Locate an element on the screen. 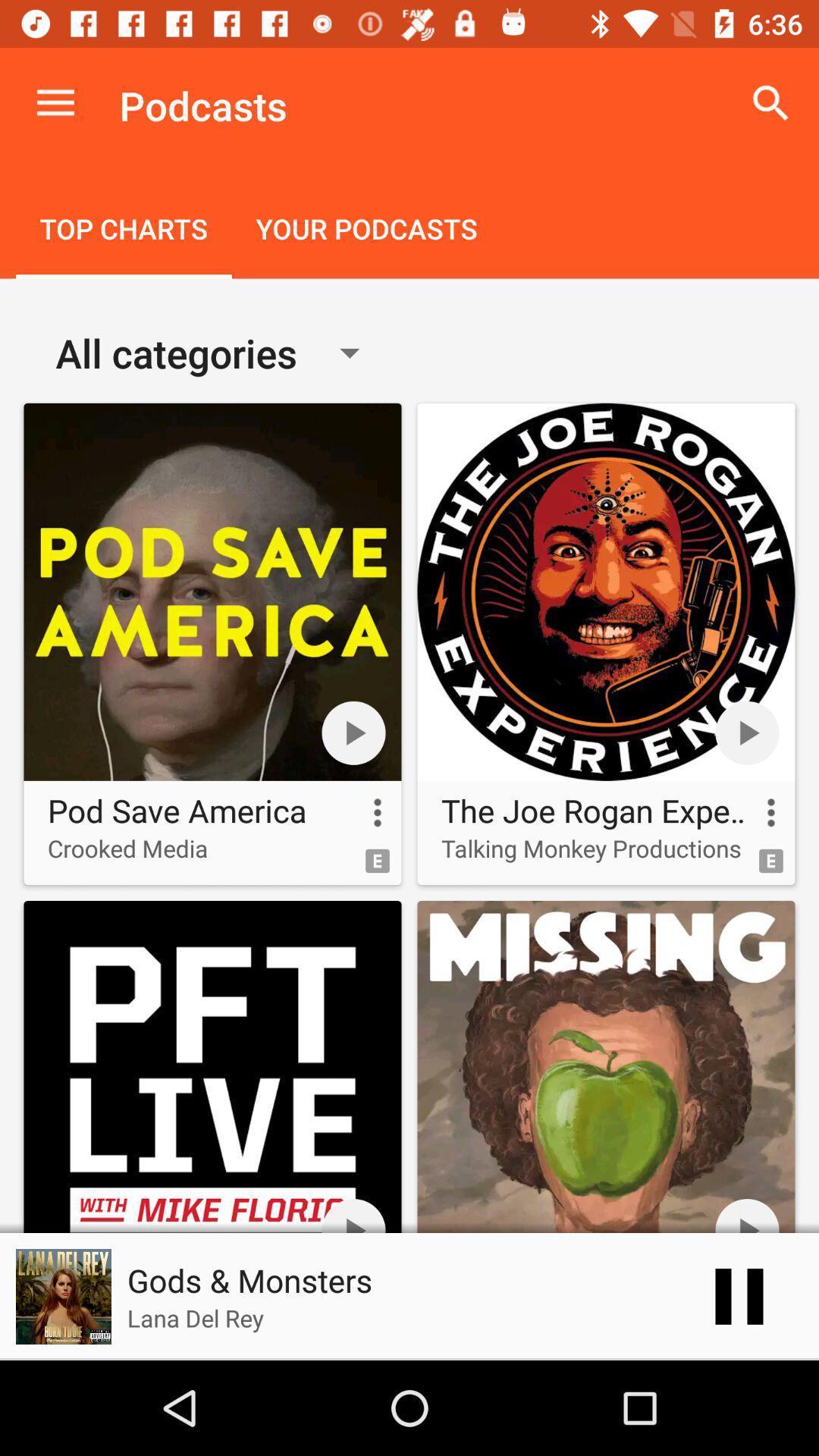 This screenshot has height=1456, width=819. icon above top charts is located at coordinates (55, 102).